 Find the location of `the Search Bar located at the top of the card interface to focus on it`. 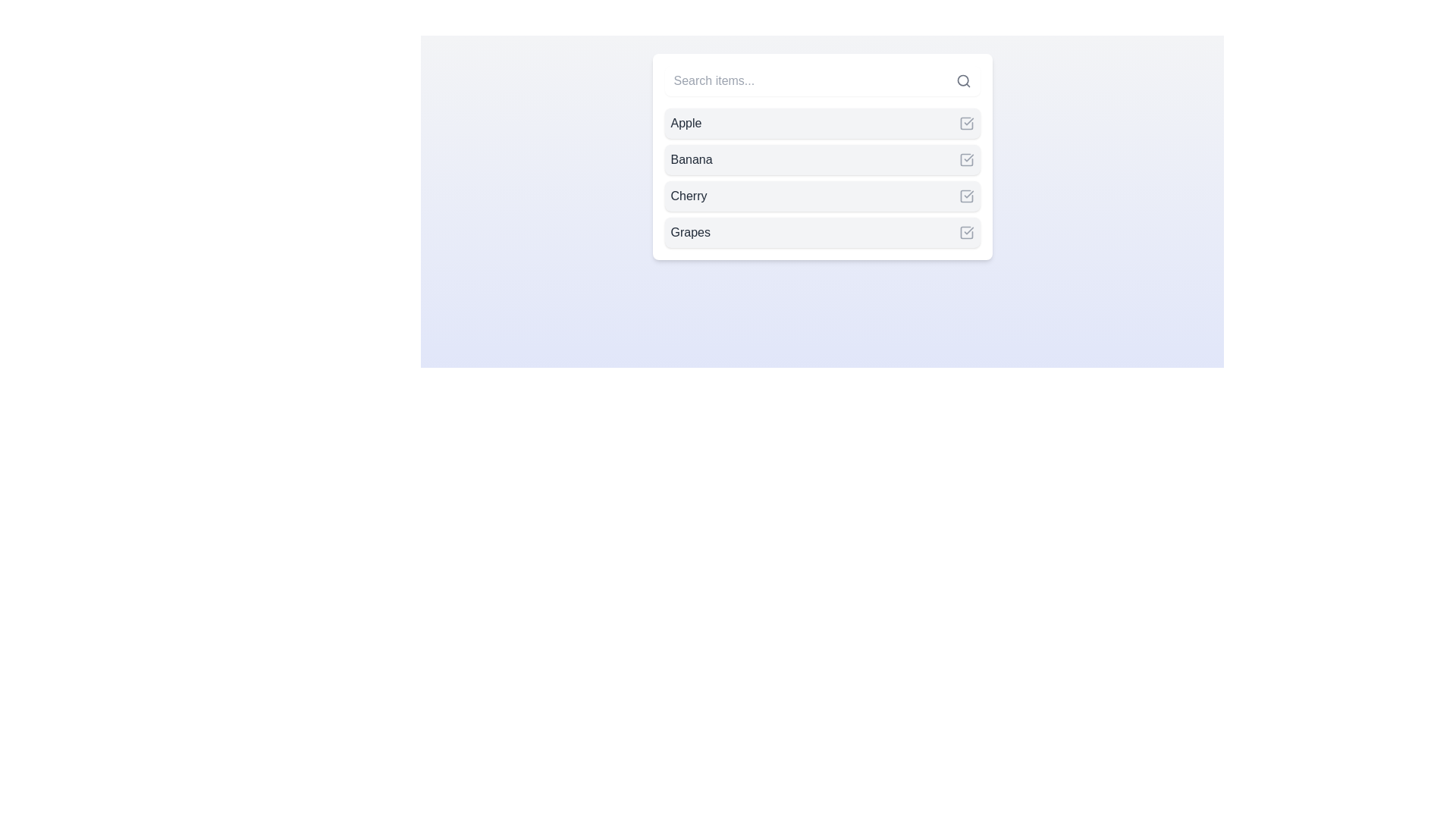

the Search Bar located at the top of the card interface to focus on it is located at coordinates (821, 81).